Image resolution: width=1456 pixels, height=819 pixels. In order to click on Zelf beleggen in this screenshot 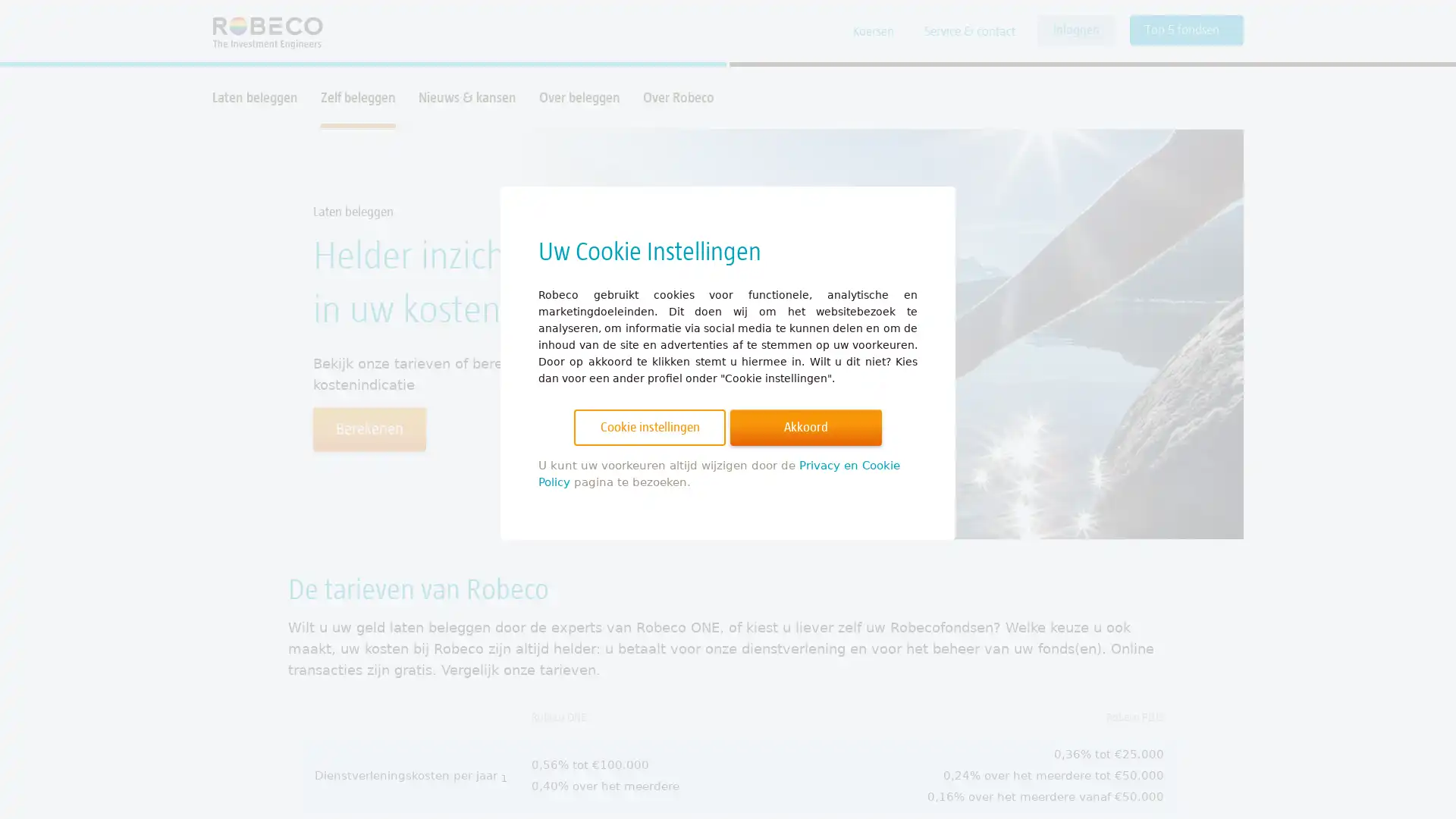, I will do `click(357, 97)`.